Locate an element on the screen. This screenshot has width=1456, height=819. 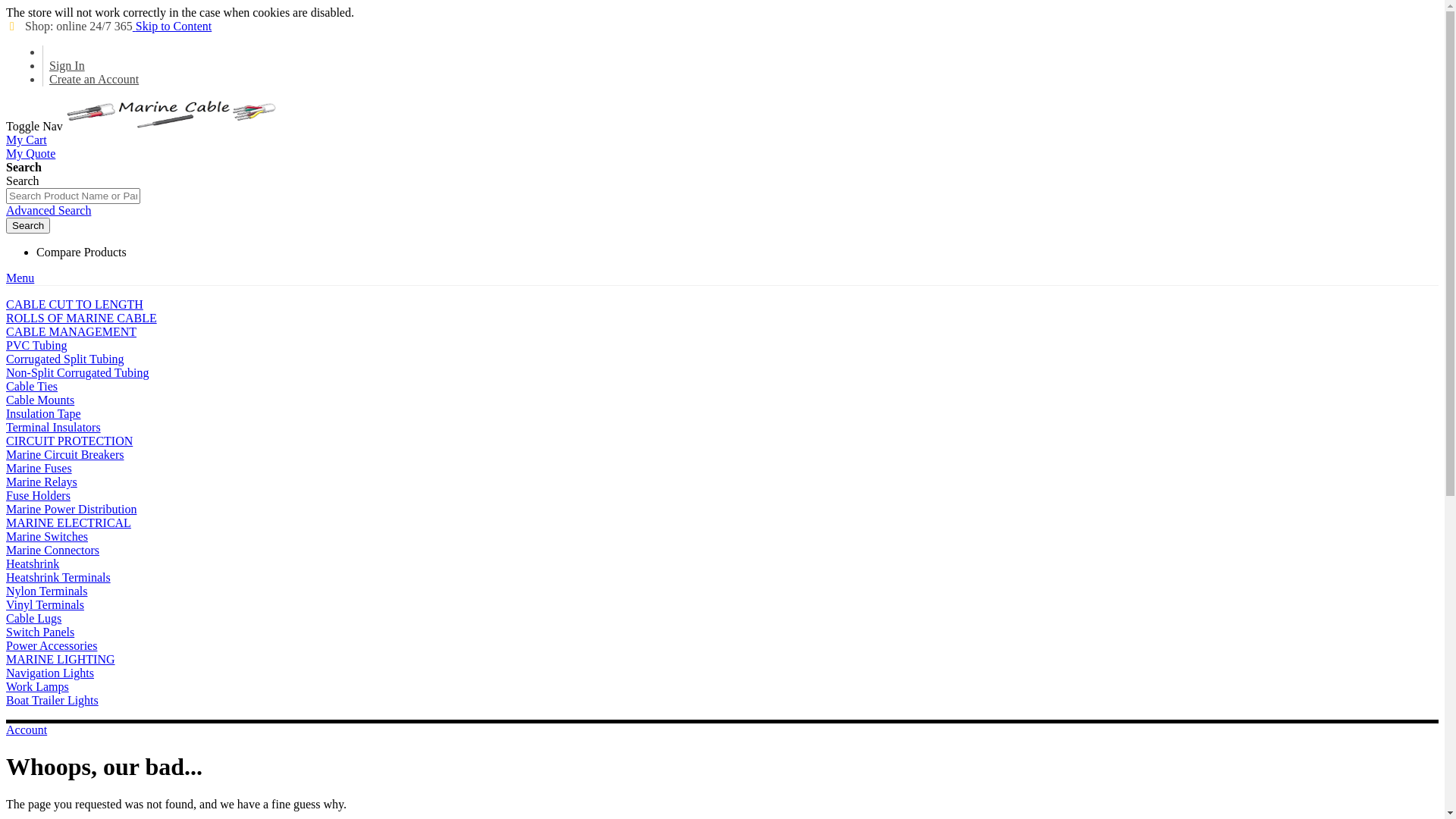
'Marine Relays' is located at coordinates (41, 482).